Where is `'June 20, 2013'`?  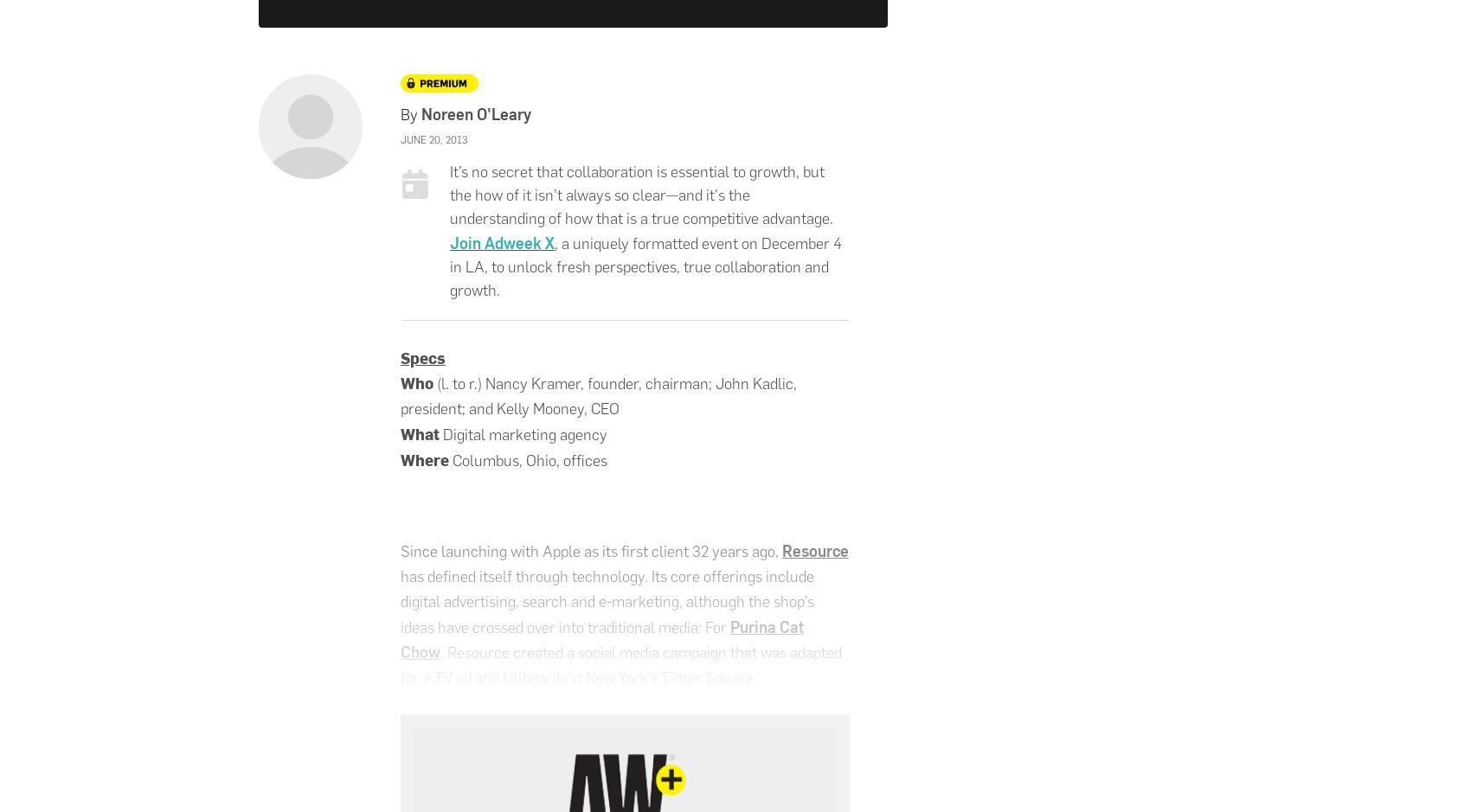
'June 20, 2013' is located at coordinates (433, 139).